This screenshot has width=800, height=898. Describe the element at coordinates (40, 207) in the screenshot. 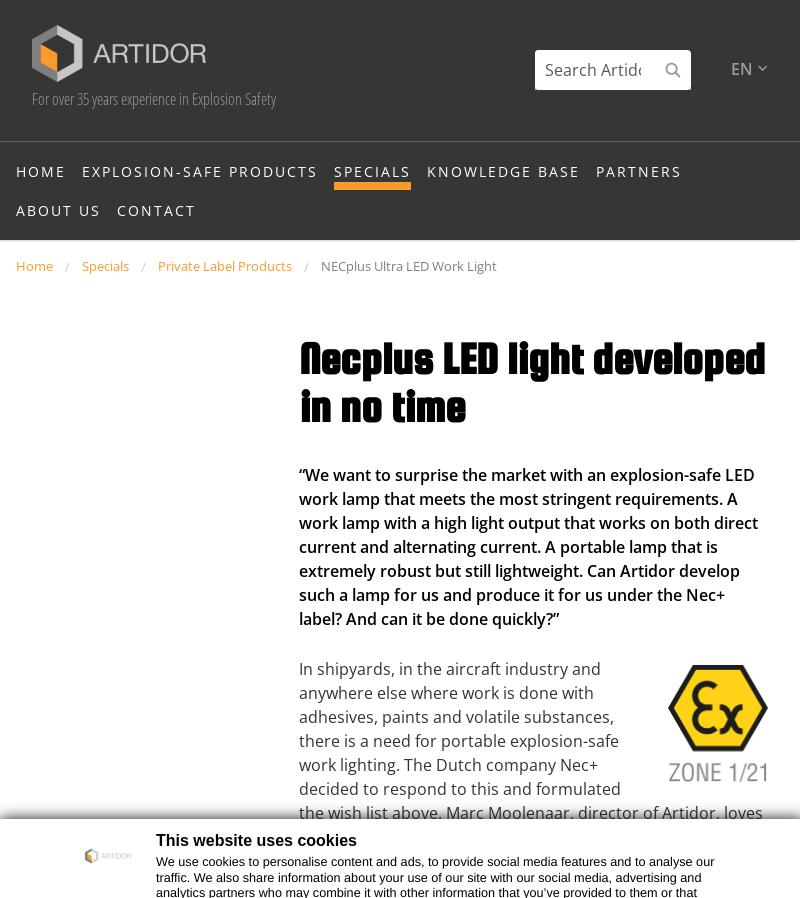

I see `'Home'` at that location.